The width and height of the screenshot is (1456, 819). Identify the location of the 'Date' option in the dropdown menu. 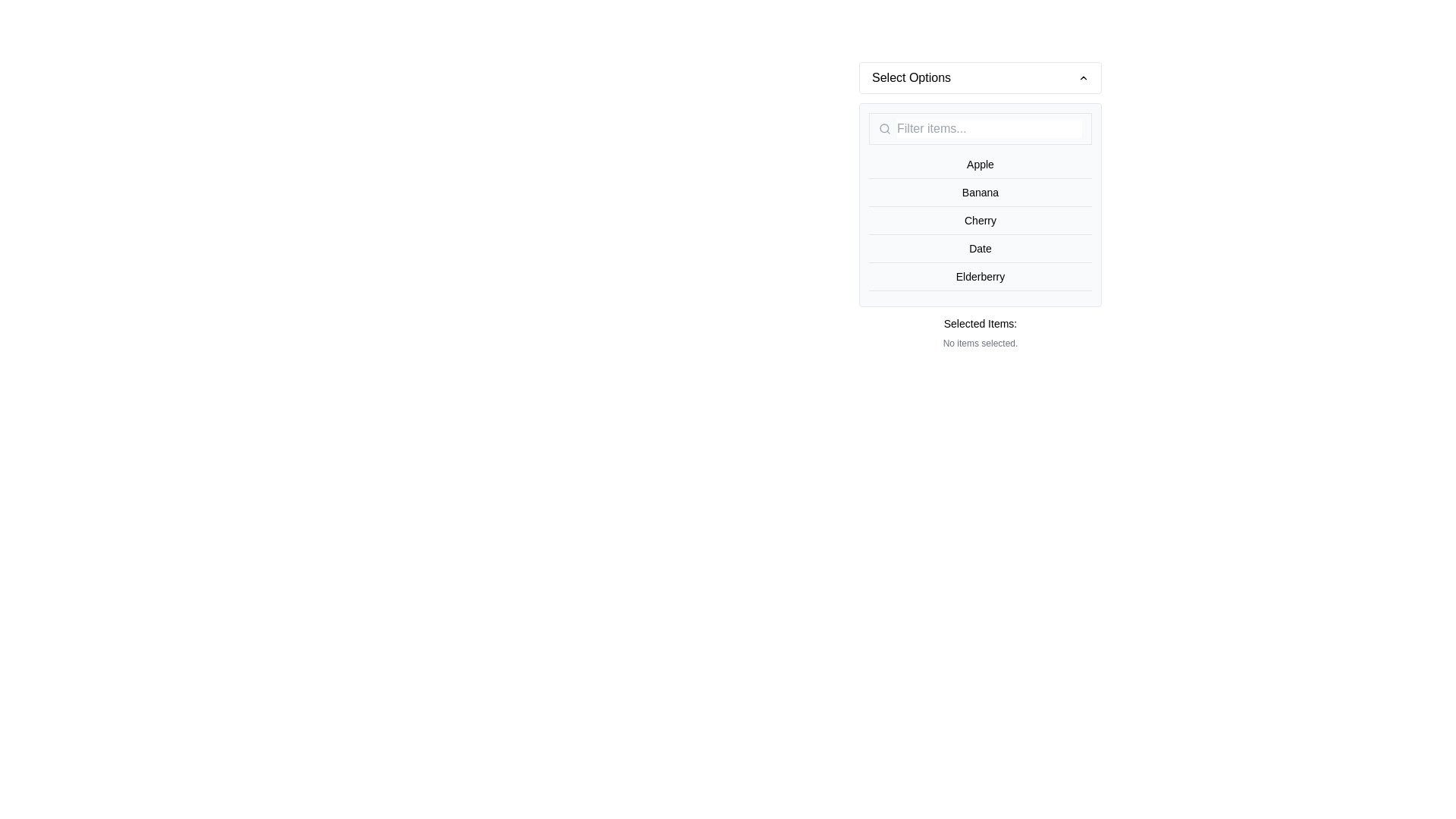
(980, 247).